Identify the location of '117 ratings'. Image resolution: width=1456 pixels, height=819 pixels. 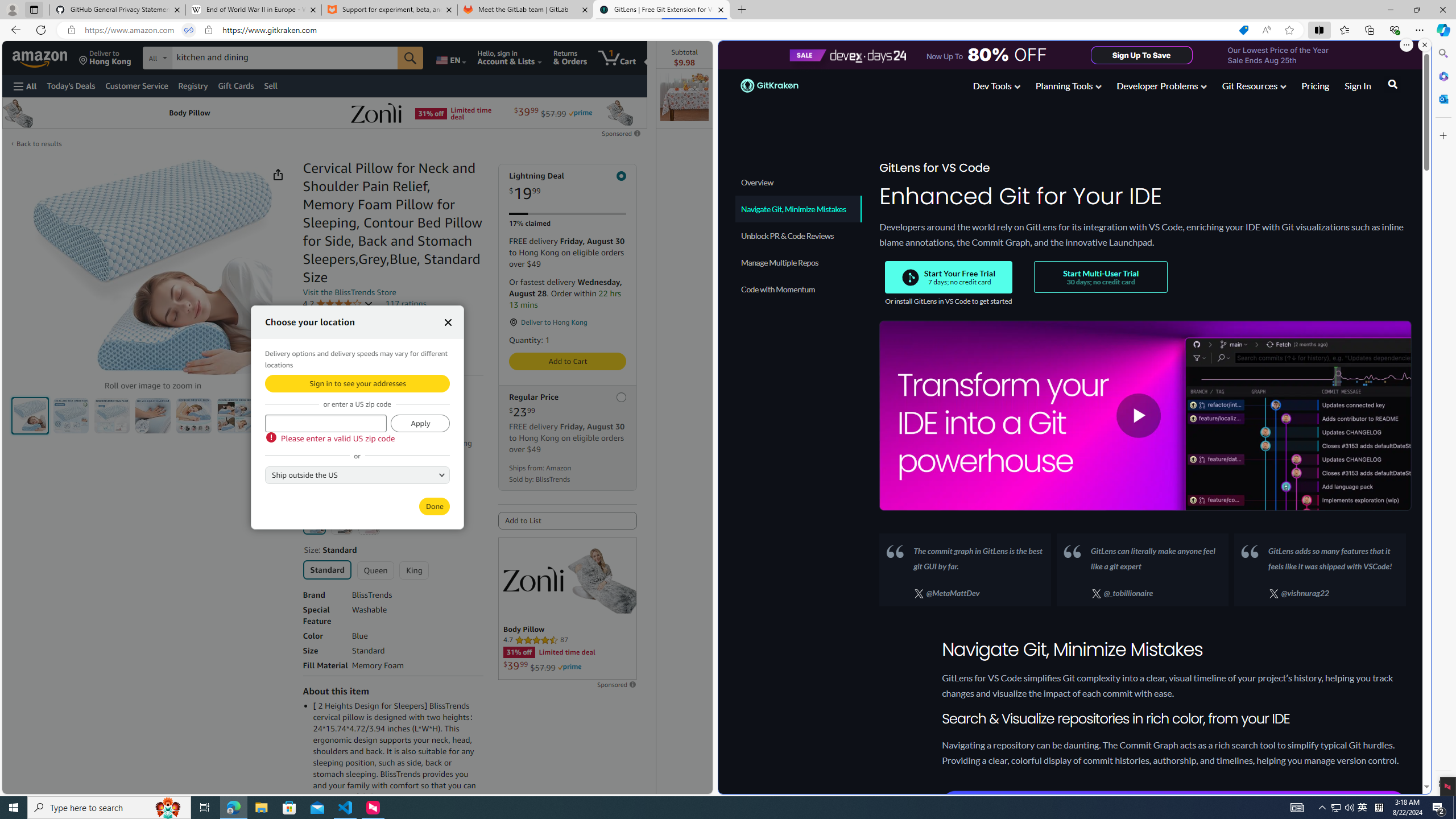
(405, 303).